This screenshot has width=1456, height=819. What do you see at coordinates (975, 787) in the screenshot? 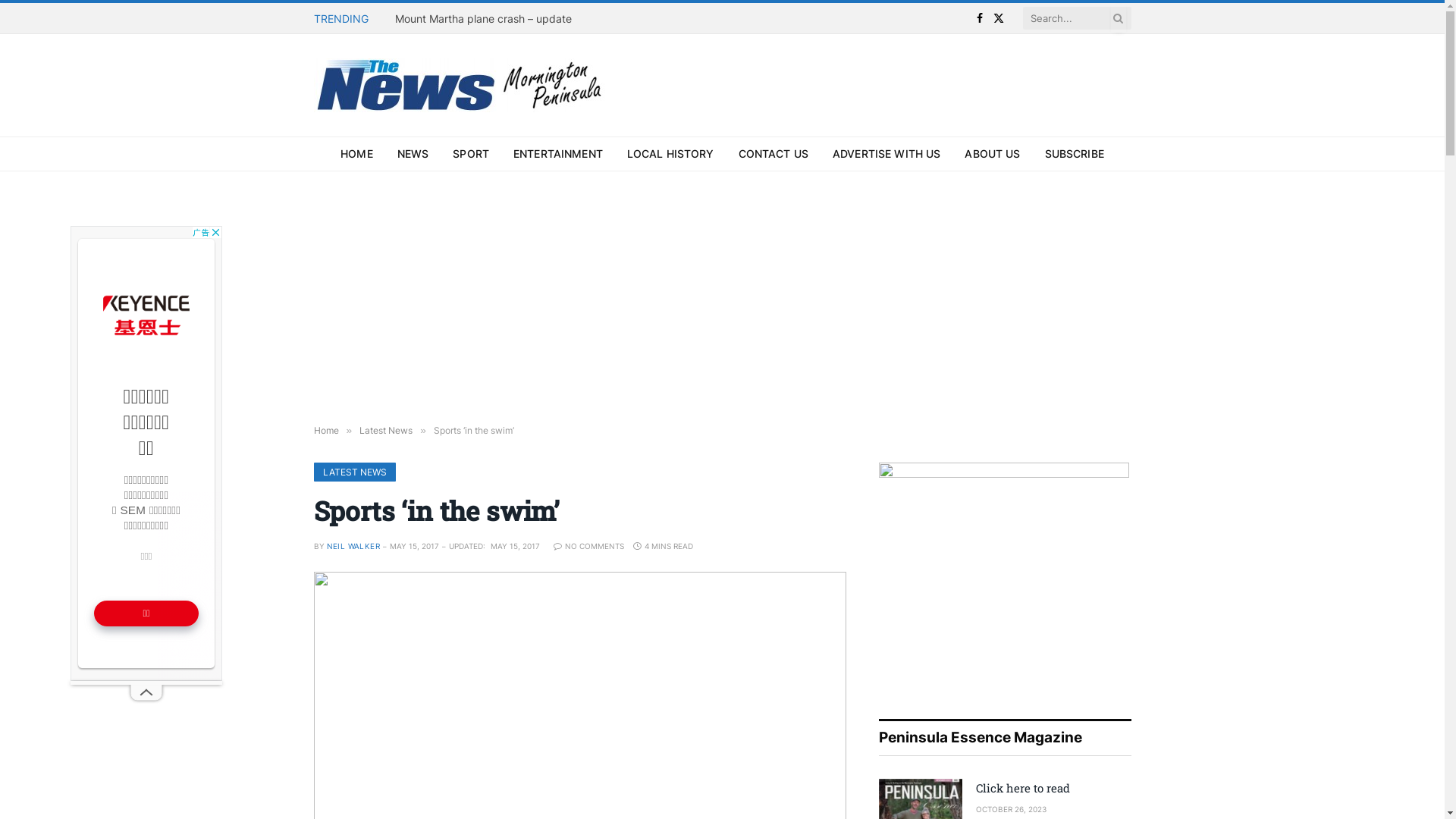
I see `'Click here to read'` at bounding box center [975, 787].